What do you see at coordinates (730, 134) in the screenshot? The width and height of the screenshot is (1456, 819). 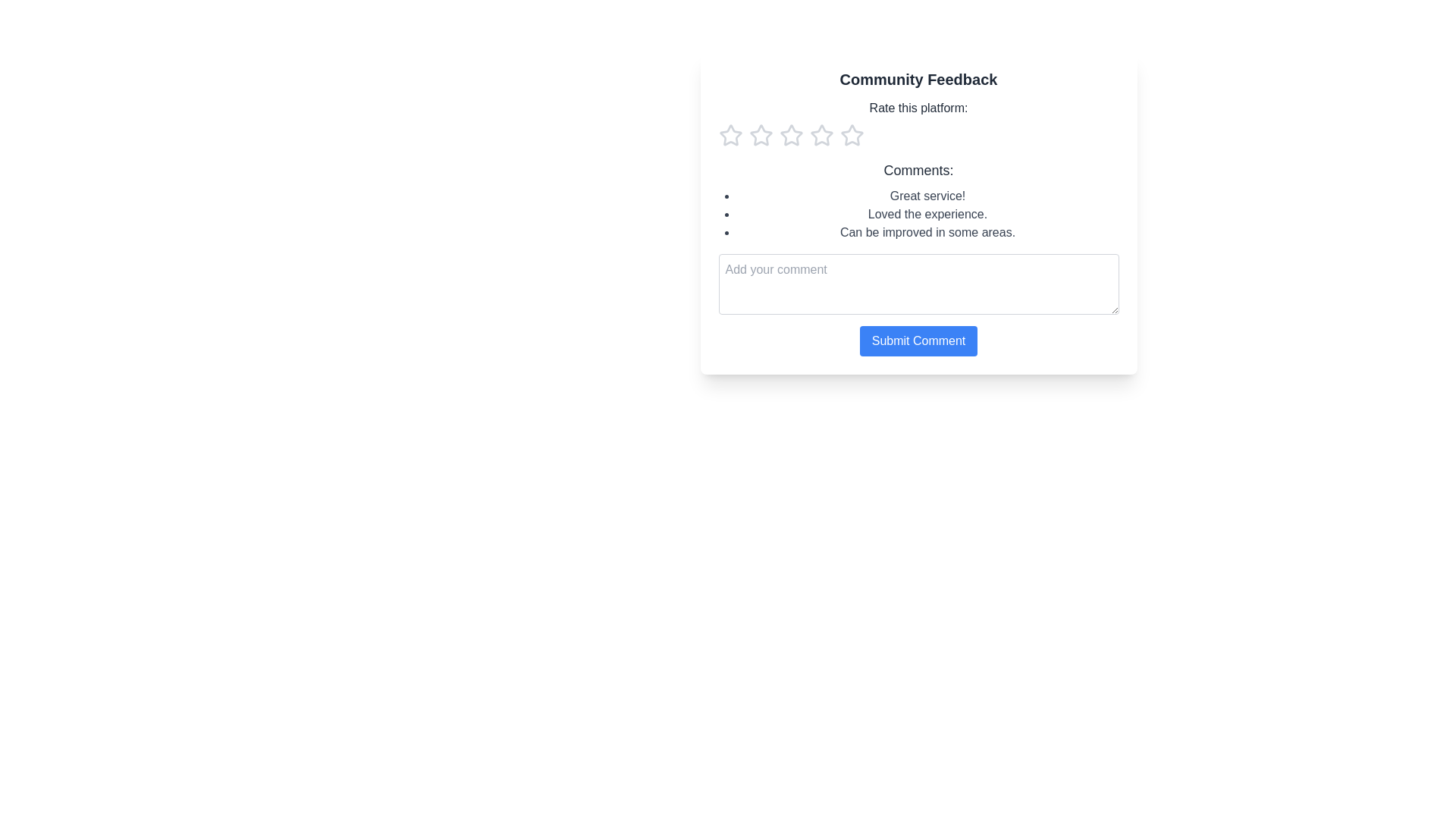 I see `the first star in the rating component` at bounding box center [730, 134].